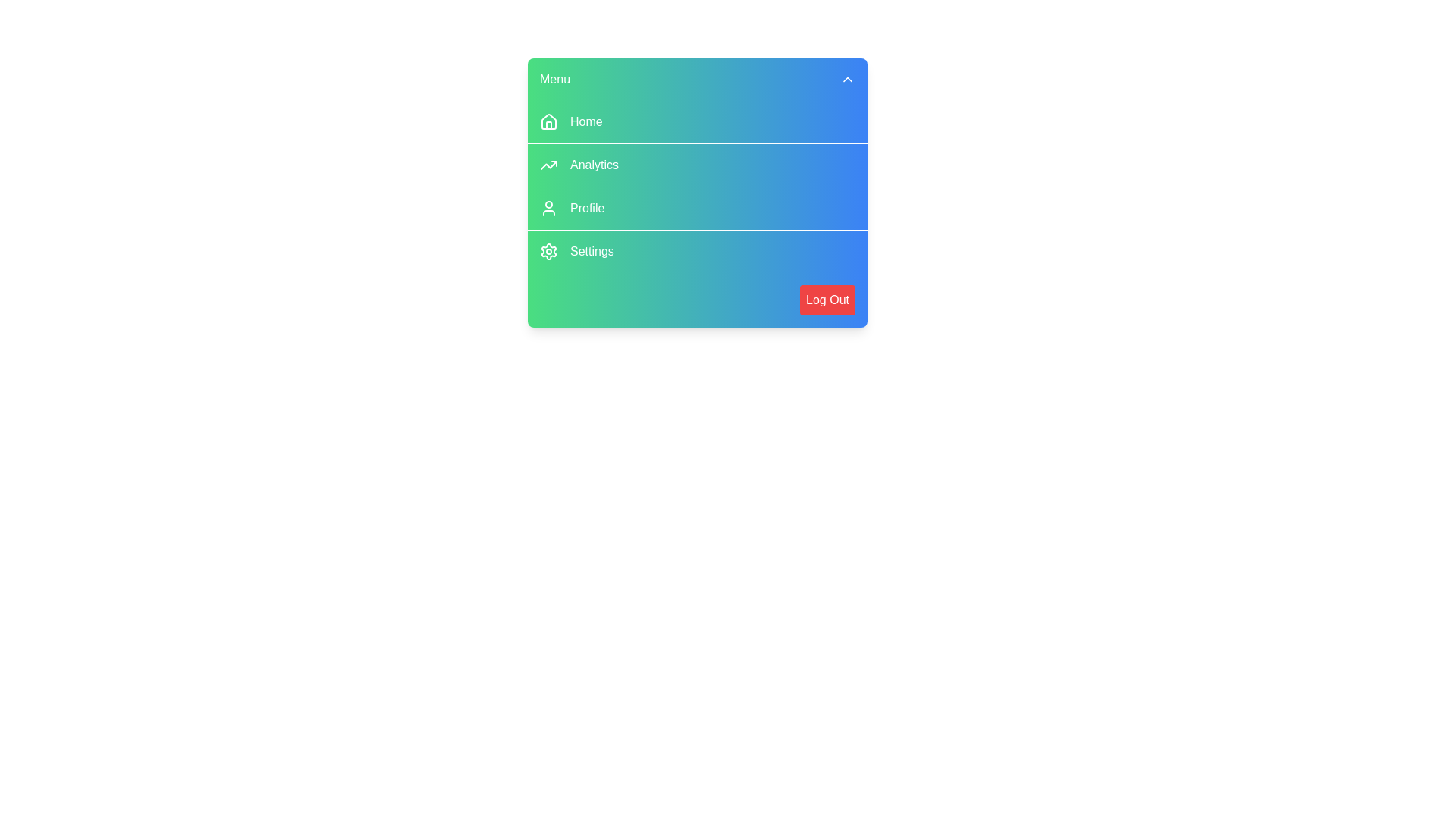 The width and height of the screenshot is (1456, 819). Describe the element at coordinates (697, 121) in the screenshot. I see `the menu item Home to navigate` at that location.